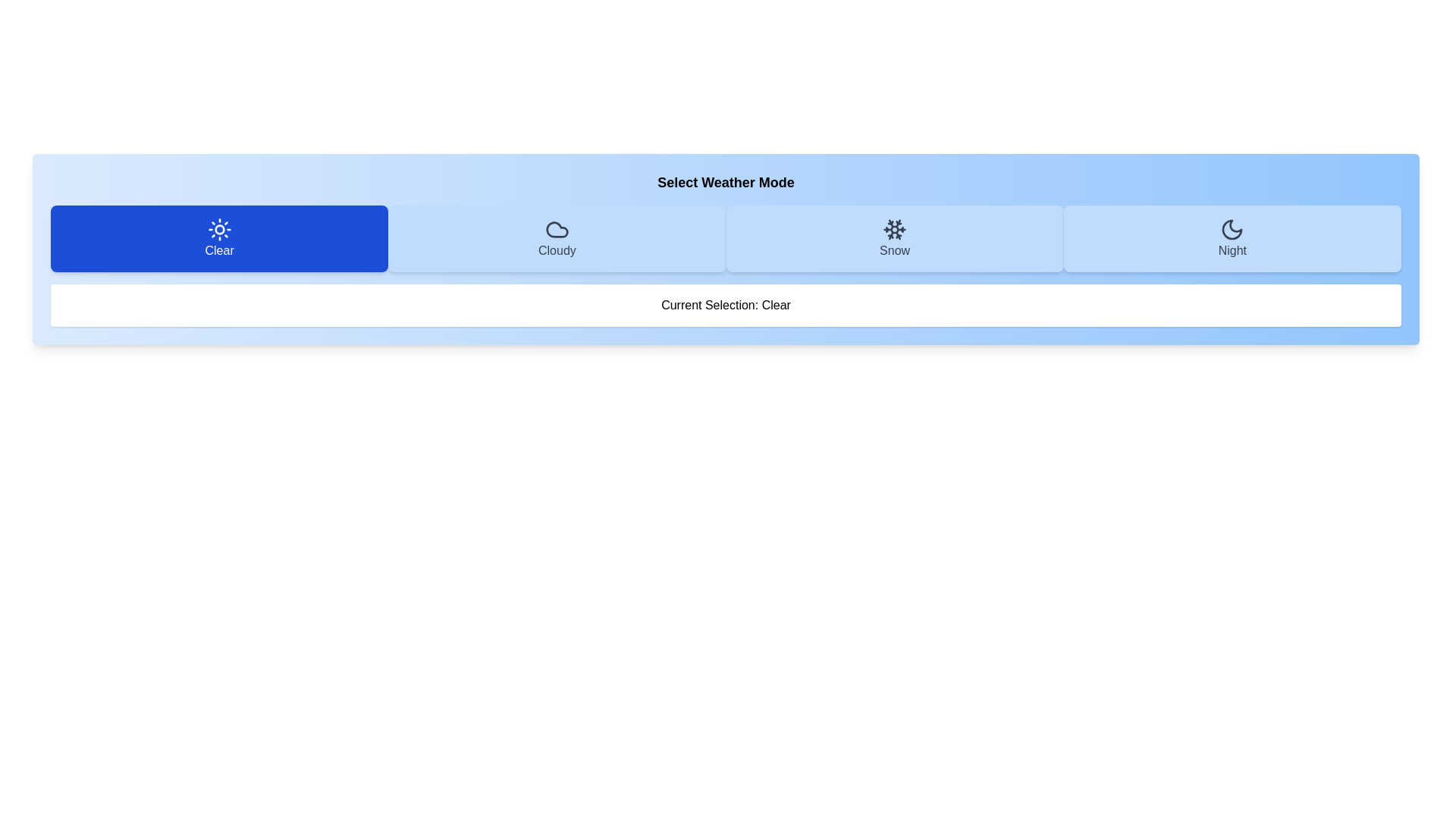 The width and height of the screenshot is (1456, 819). What do you see at coordinates (218, 239) in the screenshot?
I see `the button corresponding to the weather mode Clear` at bounding box center [218, 239].